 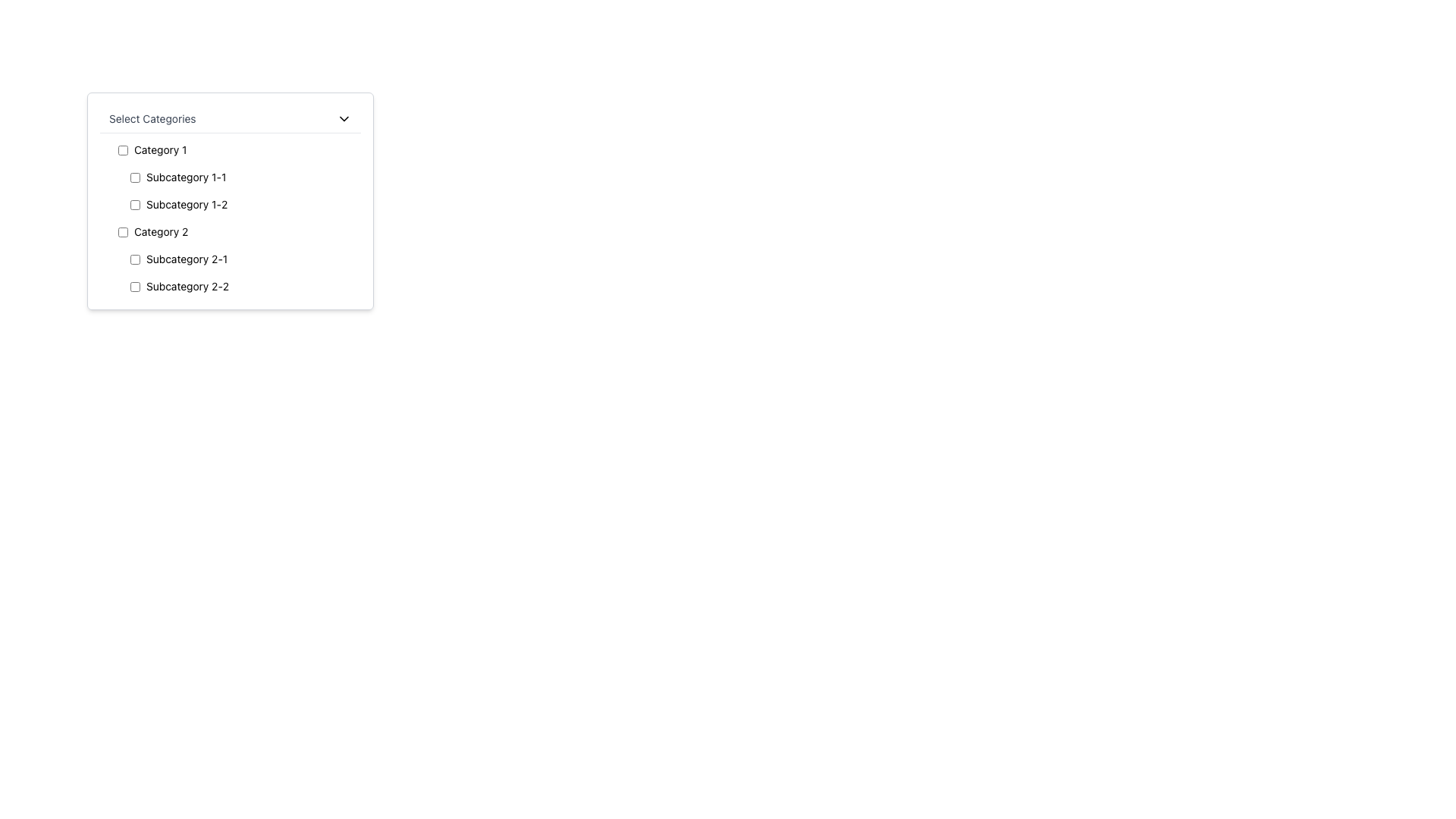 What do you see at coordinates (229, 200) in the screenshot?
I see `the category or subcategory in the 'Select Categories' dropdown and checkbox group` at bounding box center [229, 200].